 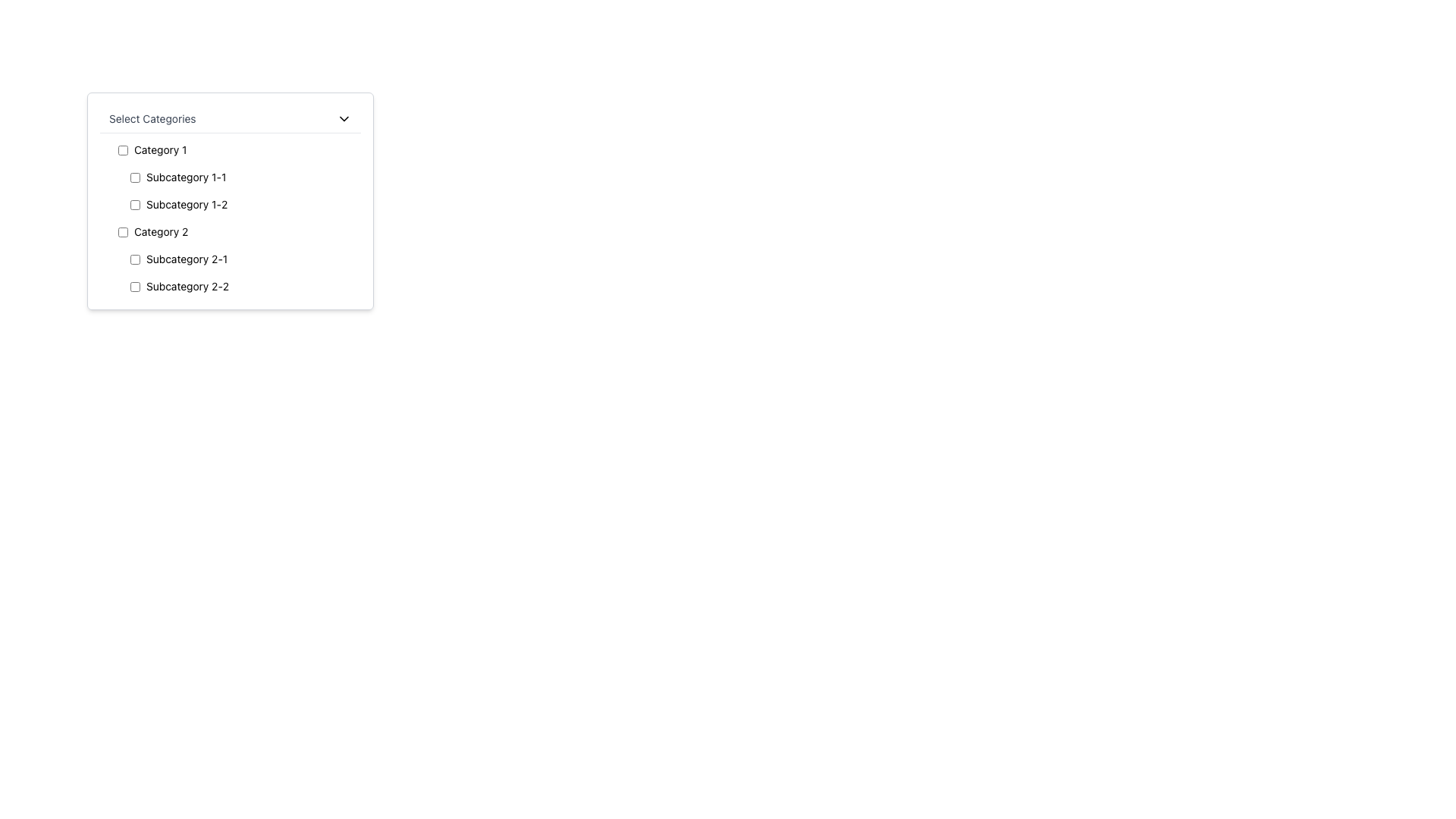 What do you see at coordinates (229, 200) in the screenshot?
I see `the category or subcategory in the 'Select Categories' dropdown and checkbox group` at bounding box center [229, 200].